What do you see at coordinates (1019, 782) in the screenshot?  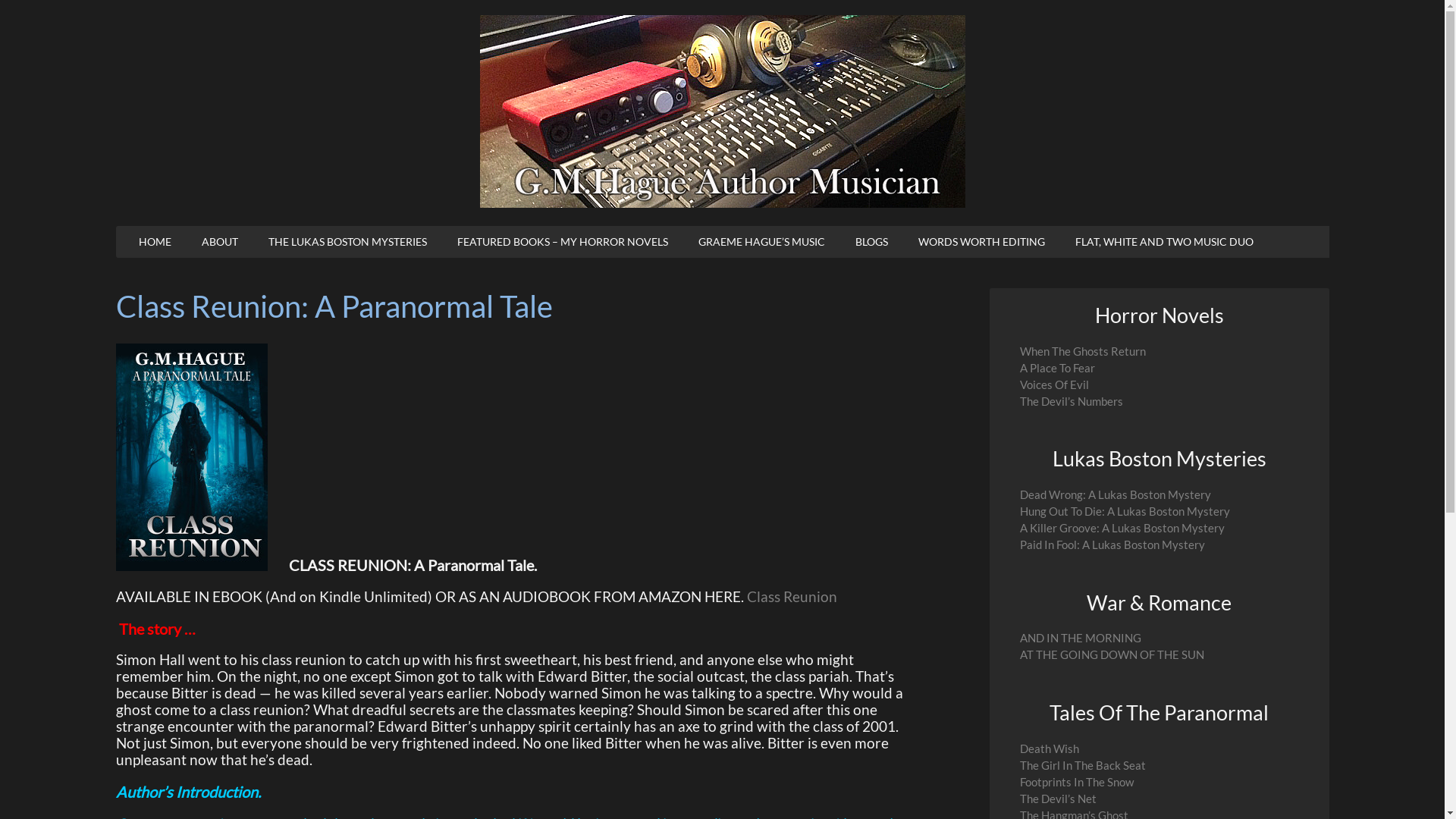 I see `'Footprints In The Snow'` at bounding box center [1019, 782].